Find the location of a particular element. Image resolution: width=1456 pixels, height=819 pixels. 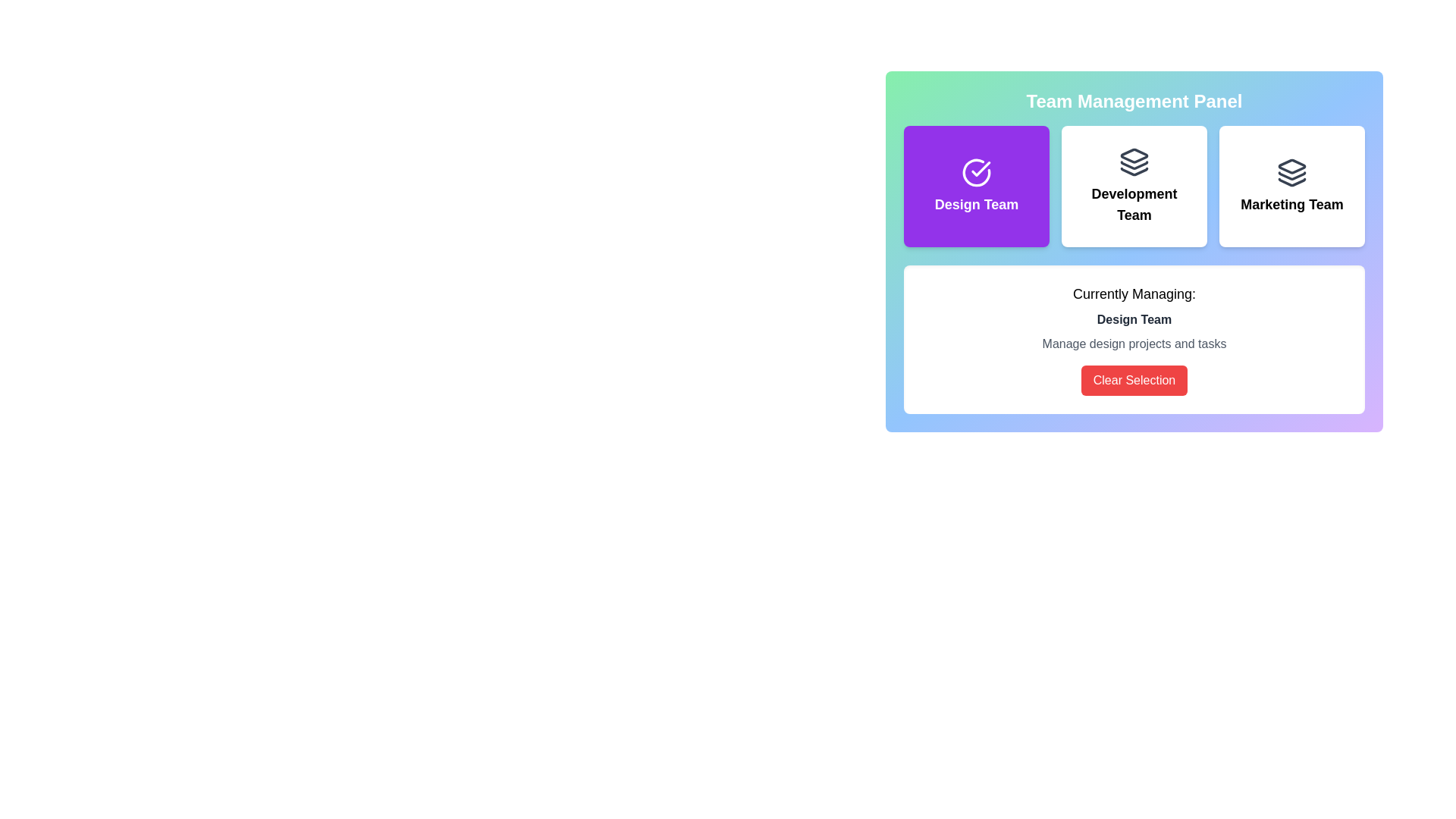

text label that describes the purpose of the purple button for selecting or interacting with the 'Design Team' group in the management system is located at coordinates (976, 205).